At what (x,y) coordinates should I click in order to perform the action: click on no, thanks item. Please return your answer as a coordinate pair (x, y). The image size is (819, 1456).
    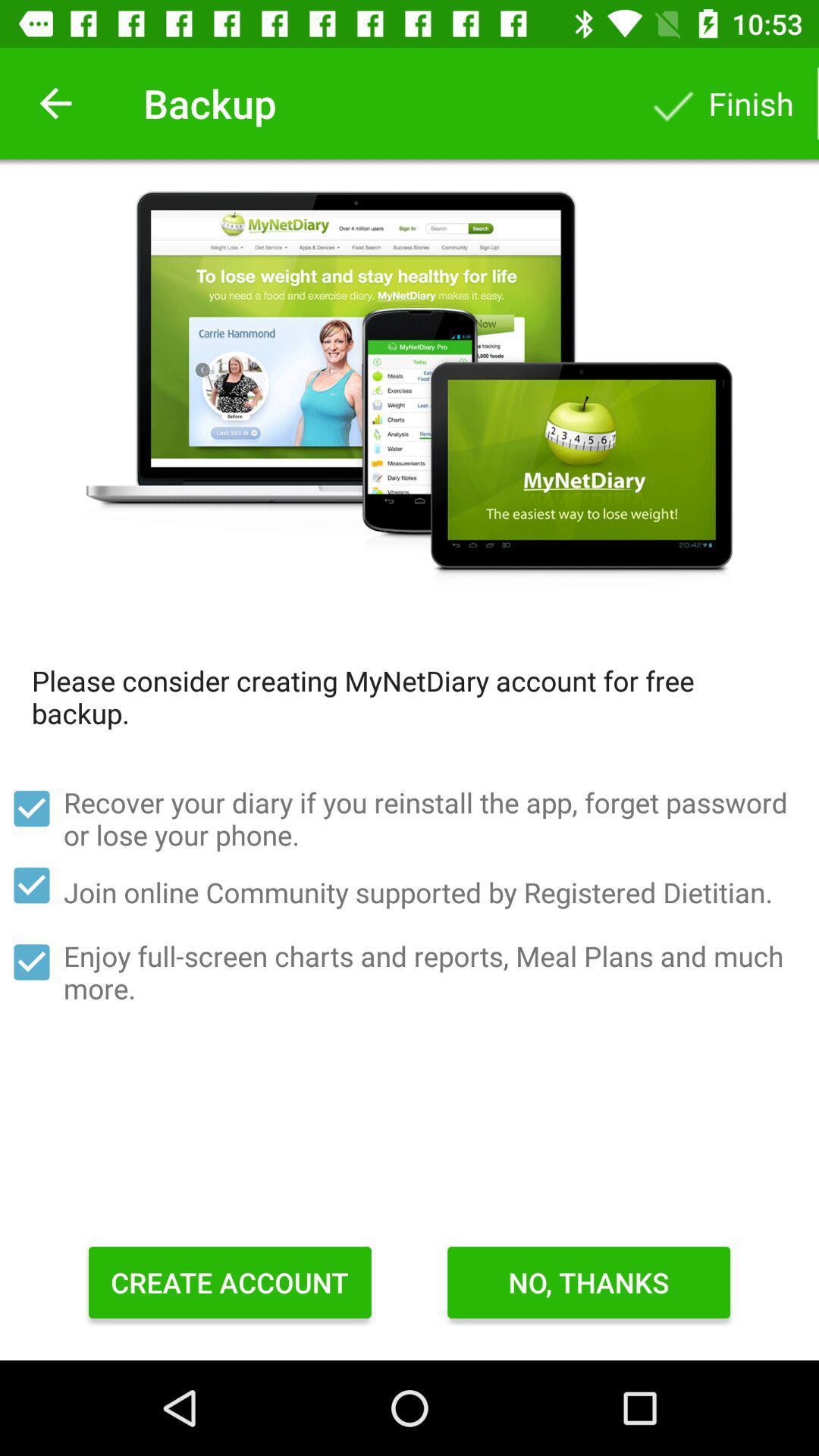
    Looking at the image, I should click on (588, 1282).